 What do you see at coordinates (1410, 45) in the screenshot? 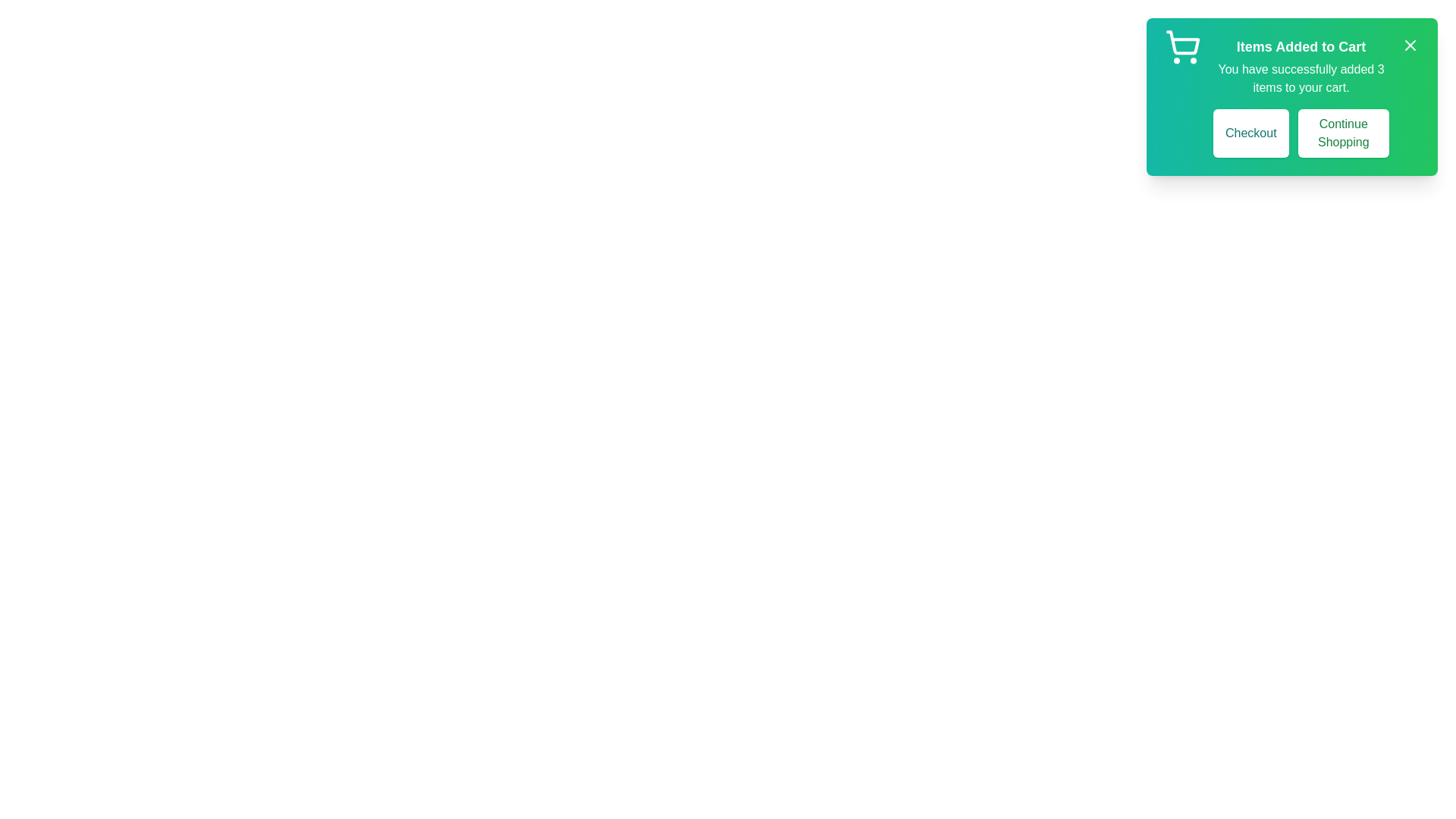
I see `the close icon to dismiss the notification` at bounding box center [1410, 45].